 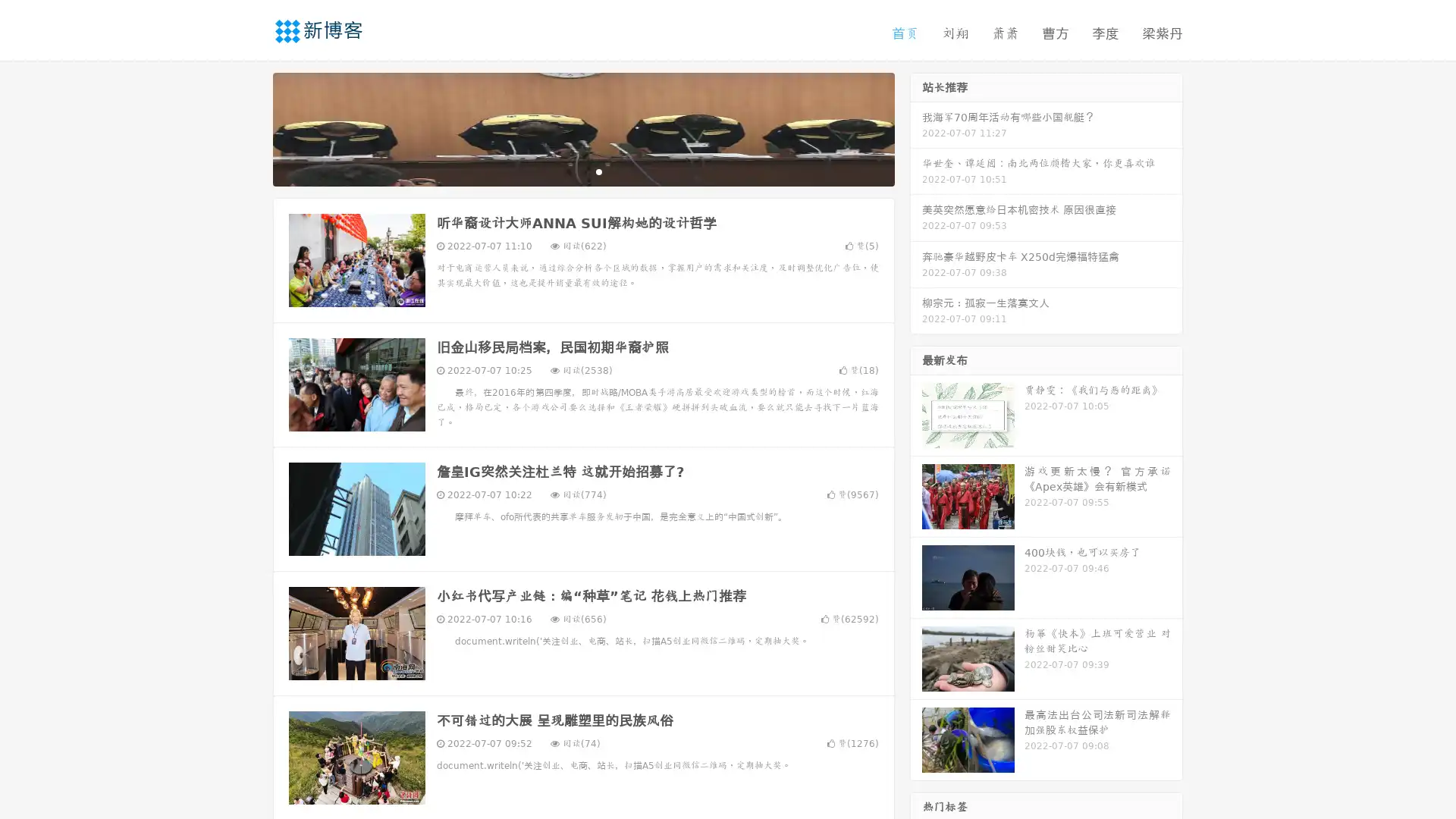 I want to click on Next slide, so click(x=916, y=127).